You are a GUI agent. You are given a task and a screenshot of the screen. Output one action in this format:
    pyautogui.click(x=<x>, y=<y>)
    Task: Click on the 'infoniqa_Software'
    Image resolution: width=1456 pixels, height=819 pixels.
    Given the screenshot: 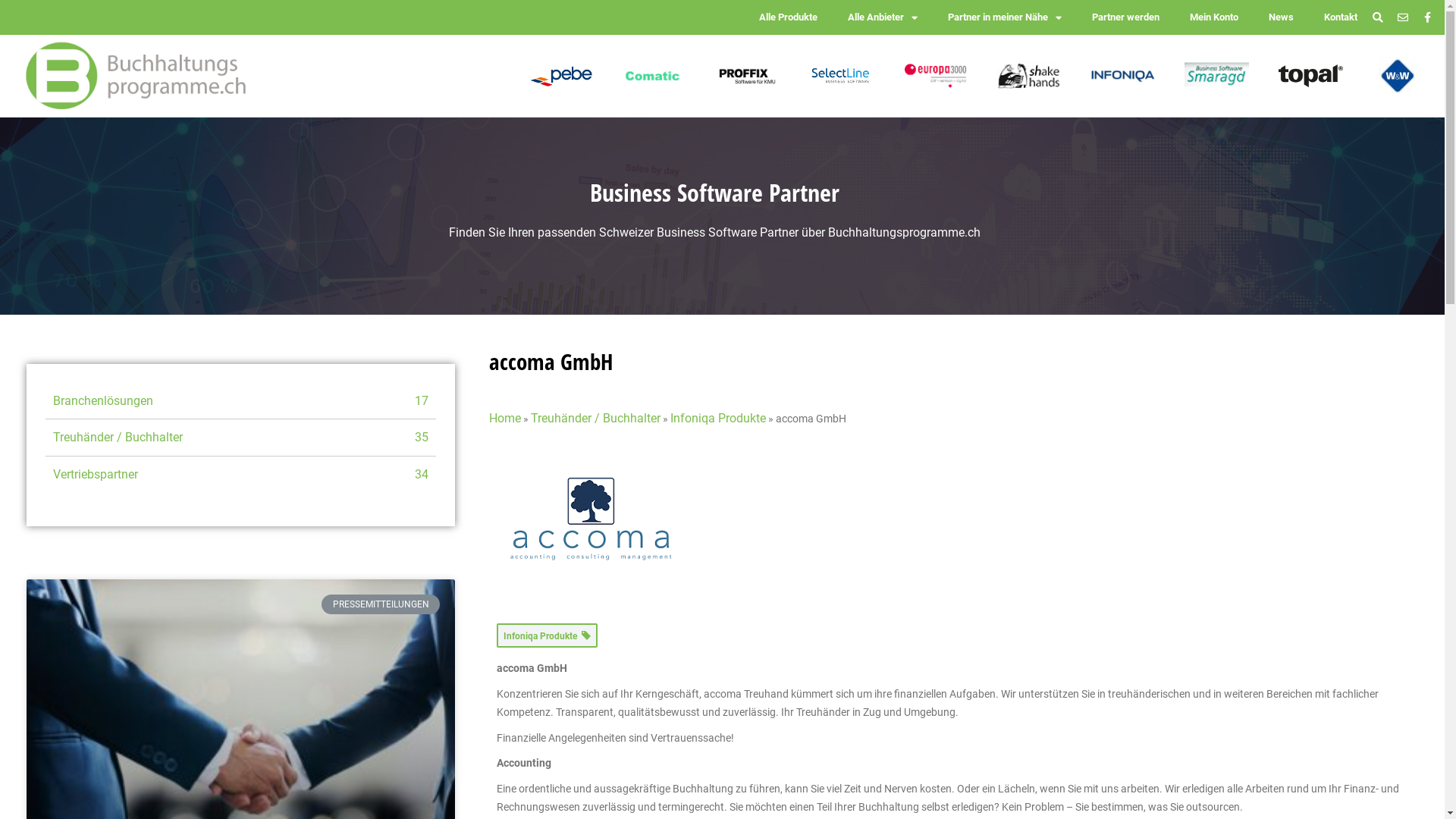 What is the action you would take?
    pyautogui.click(x=1122, y=76)
    